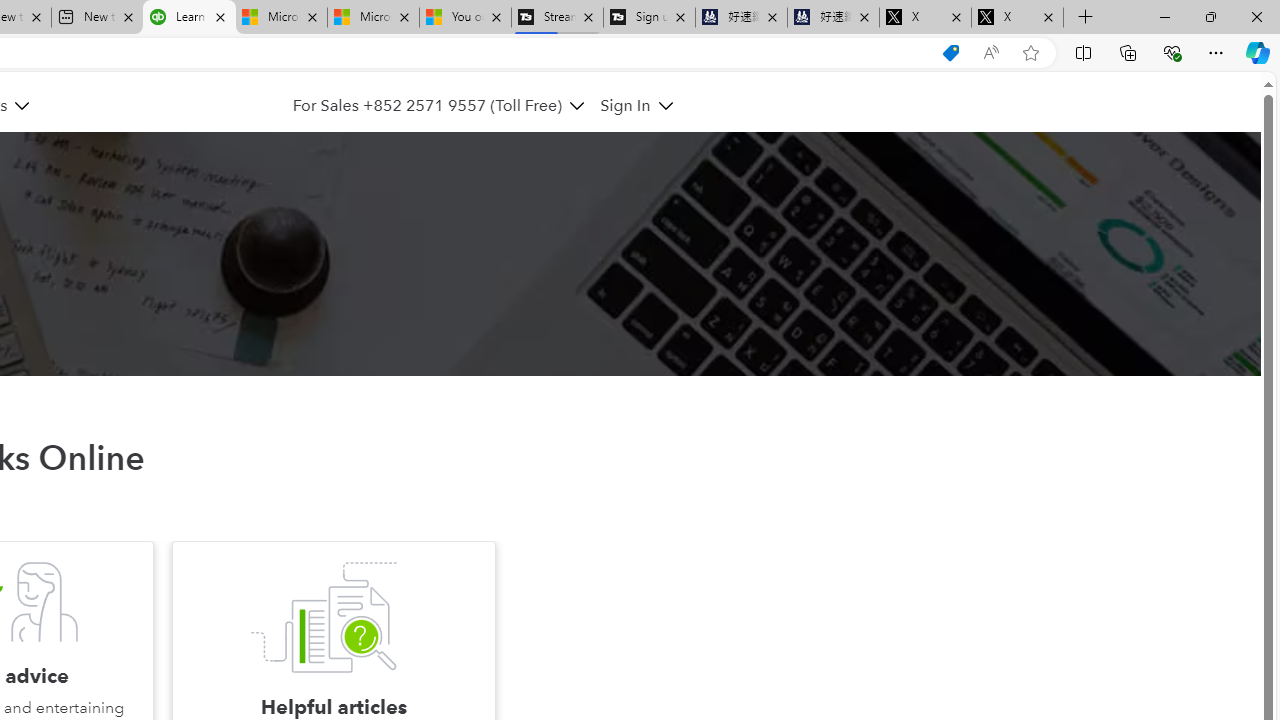 This screenshot has width=1280, height=720. What do you see at coordinates (323, 616) in the screenshot?
I see `'Helpful articles'` at bounding box center [323, 616].